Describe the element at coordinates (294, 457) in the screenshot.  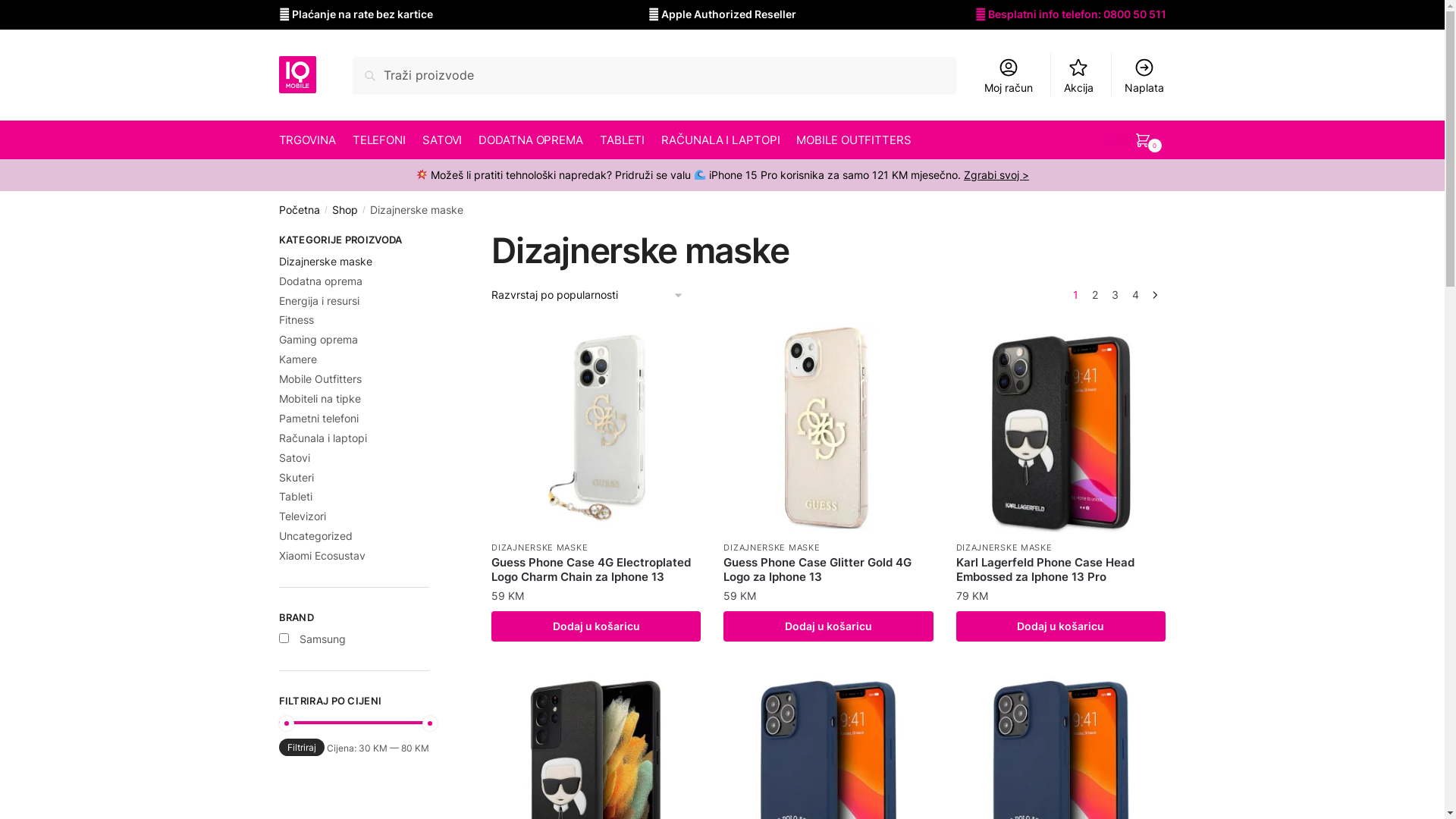
I see `'Satovi'` at that location.